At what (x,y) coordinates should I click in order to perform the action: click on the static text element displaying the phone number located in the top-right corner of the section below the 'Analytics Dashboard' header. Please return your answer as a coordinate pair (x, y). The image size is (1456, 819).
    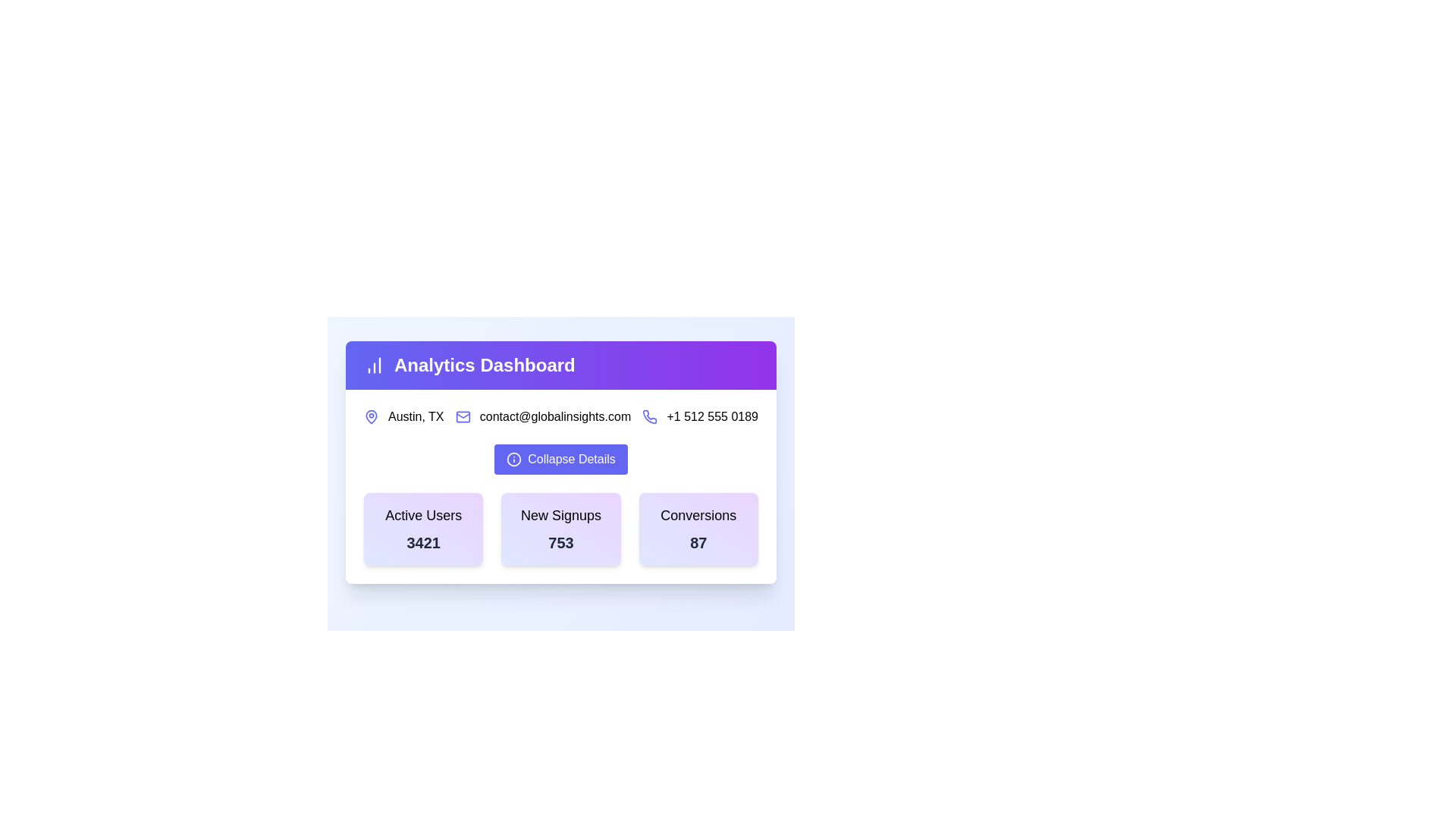
    Looking at the image, I should click on (711, 417).